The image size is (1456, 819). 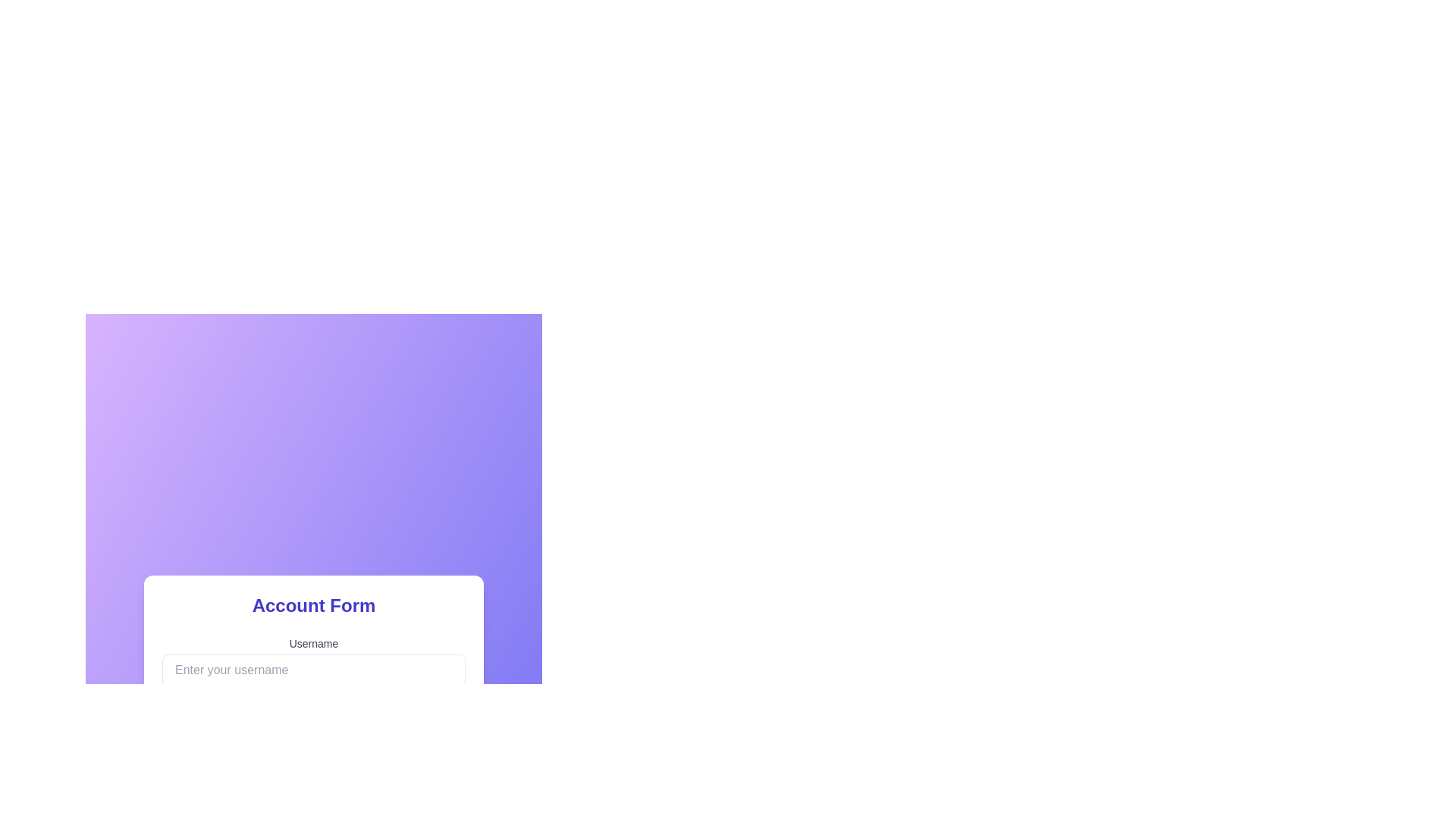 What do you see at coordinates (312, 643) in the screenshot?
I see `the 'Username' text label which is styled with a smaller font size, medium weight, and gray color, located directly above the input field for entering the username` at bounding box center [312, 643].